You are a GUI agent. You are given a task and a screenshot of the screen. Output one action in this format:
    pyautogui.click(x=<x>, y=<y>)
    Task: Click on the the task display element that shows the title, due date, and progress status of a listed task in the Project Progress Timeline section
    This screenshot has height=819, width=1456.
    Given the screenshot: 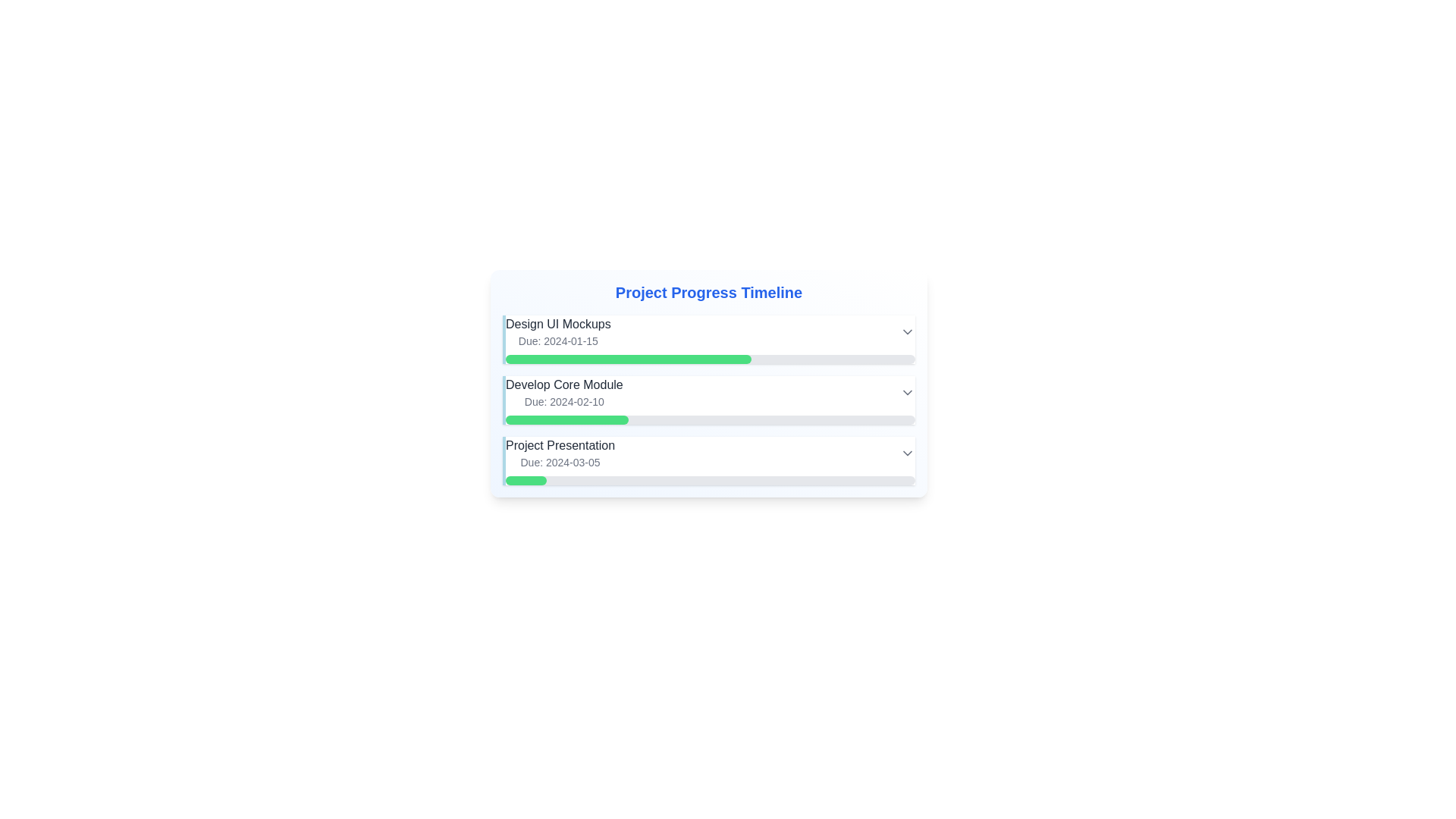 What is the action you would take?
    pyautogui.click(x=708, y=395)
    